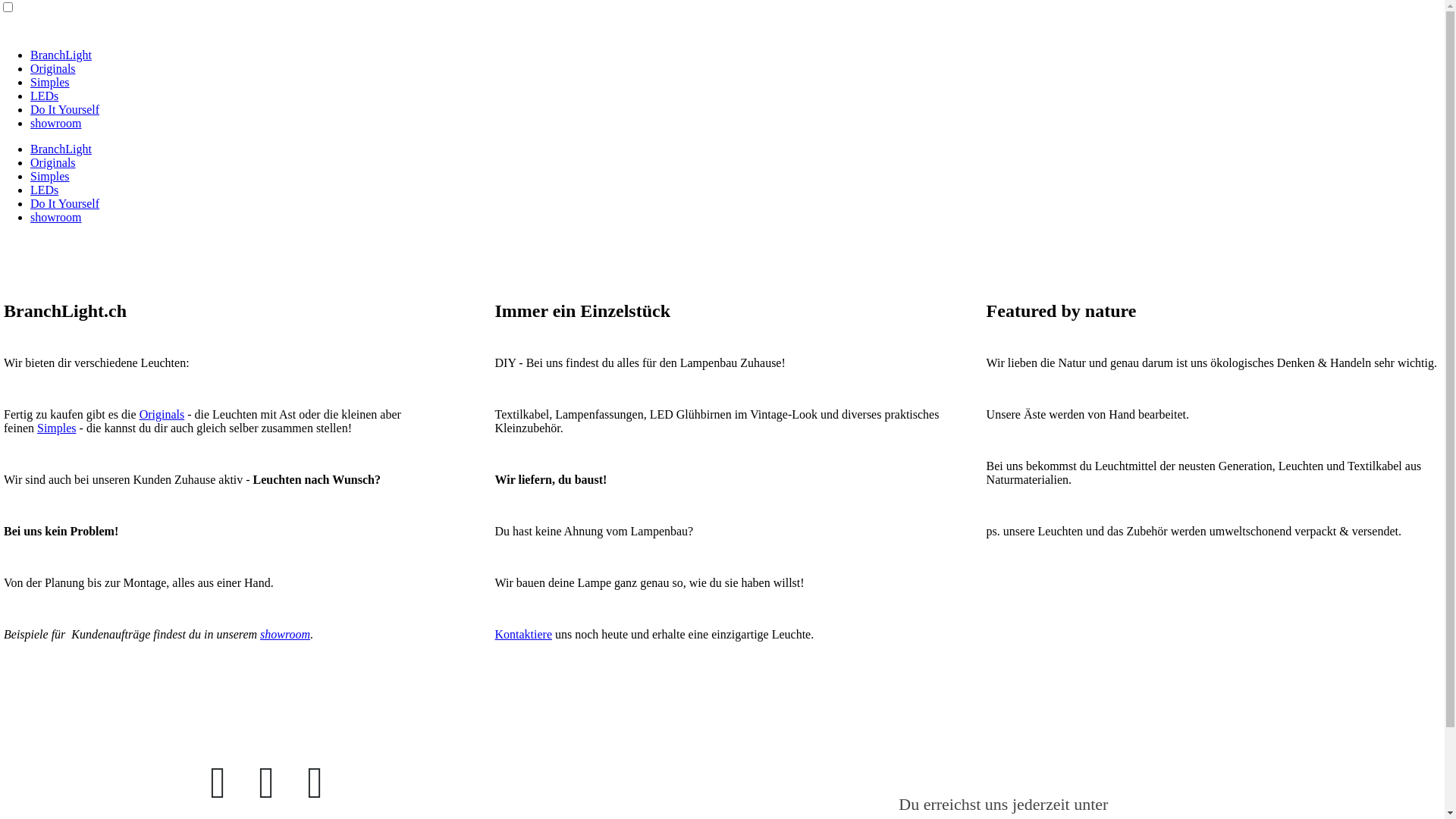  What do you see at coordinates (55, 217) in the screenshot?
I see `'showroom'` at bounding box center [55, 217].